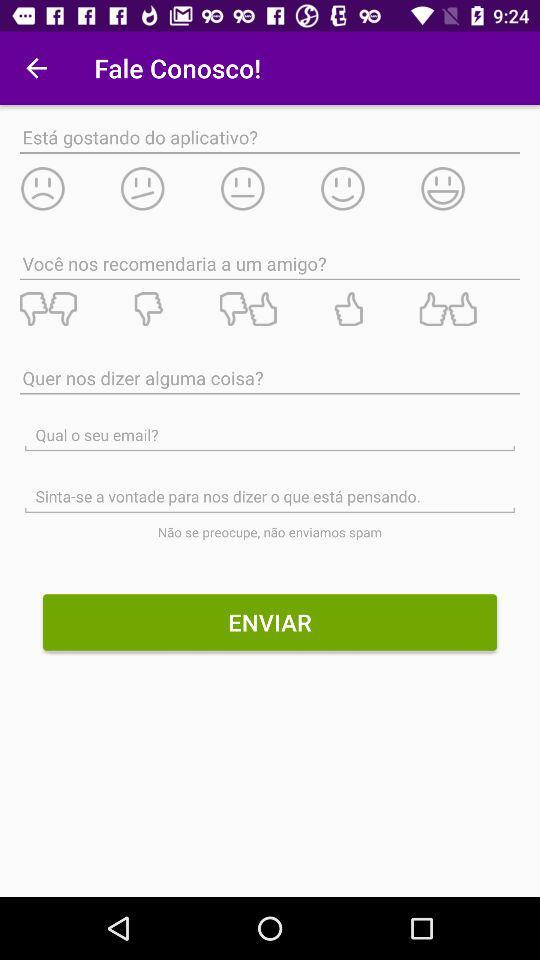 The image size is (540, 960). I want to click on emoticon for rate the app, so click(469, 188).